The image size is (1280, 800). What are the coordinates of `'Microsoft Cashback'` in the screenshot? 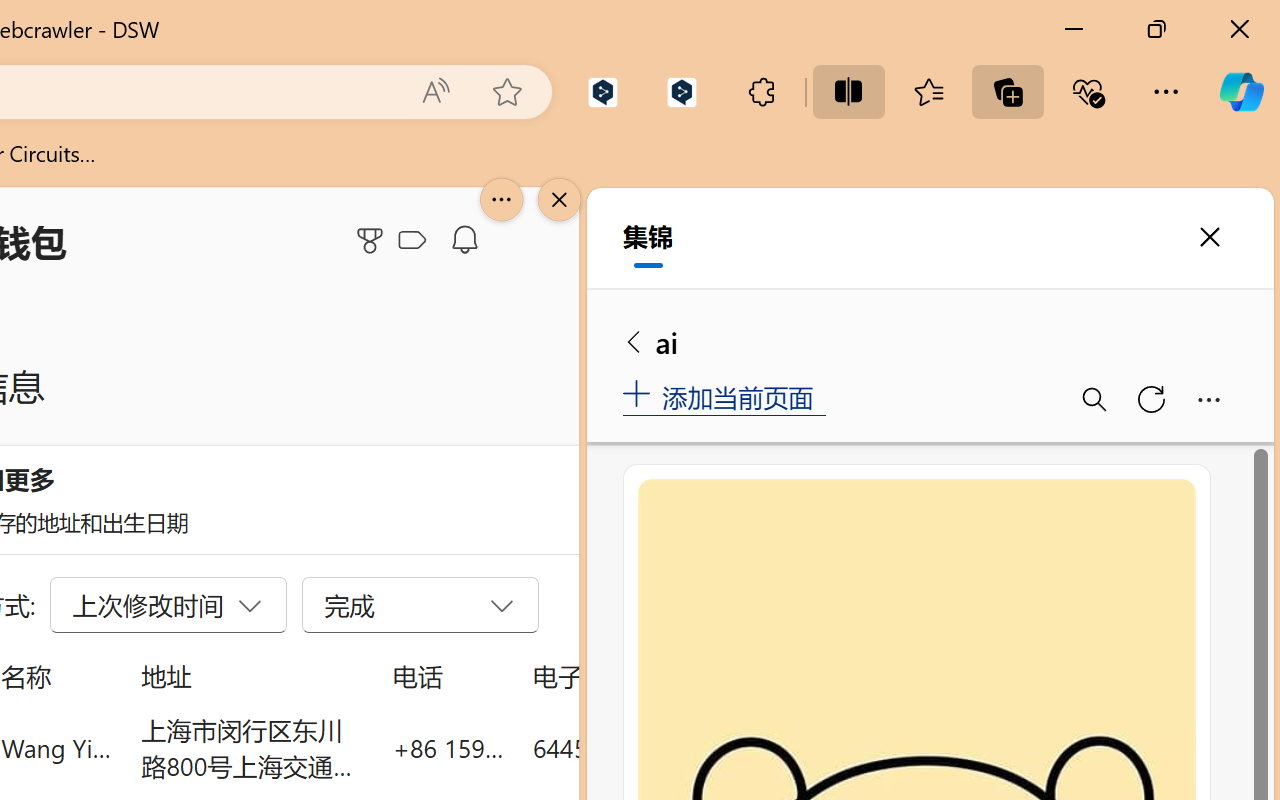 It's located at (415, 240).